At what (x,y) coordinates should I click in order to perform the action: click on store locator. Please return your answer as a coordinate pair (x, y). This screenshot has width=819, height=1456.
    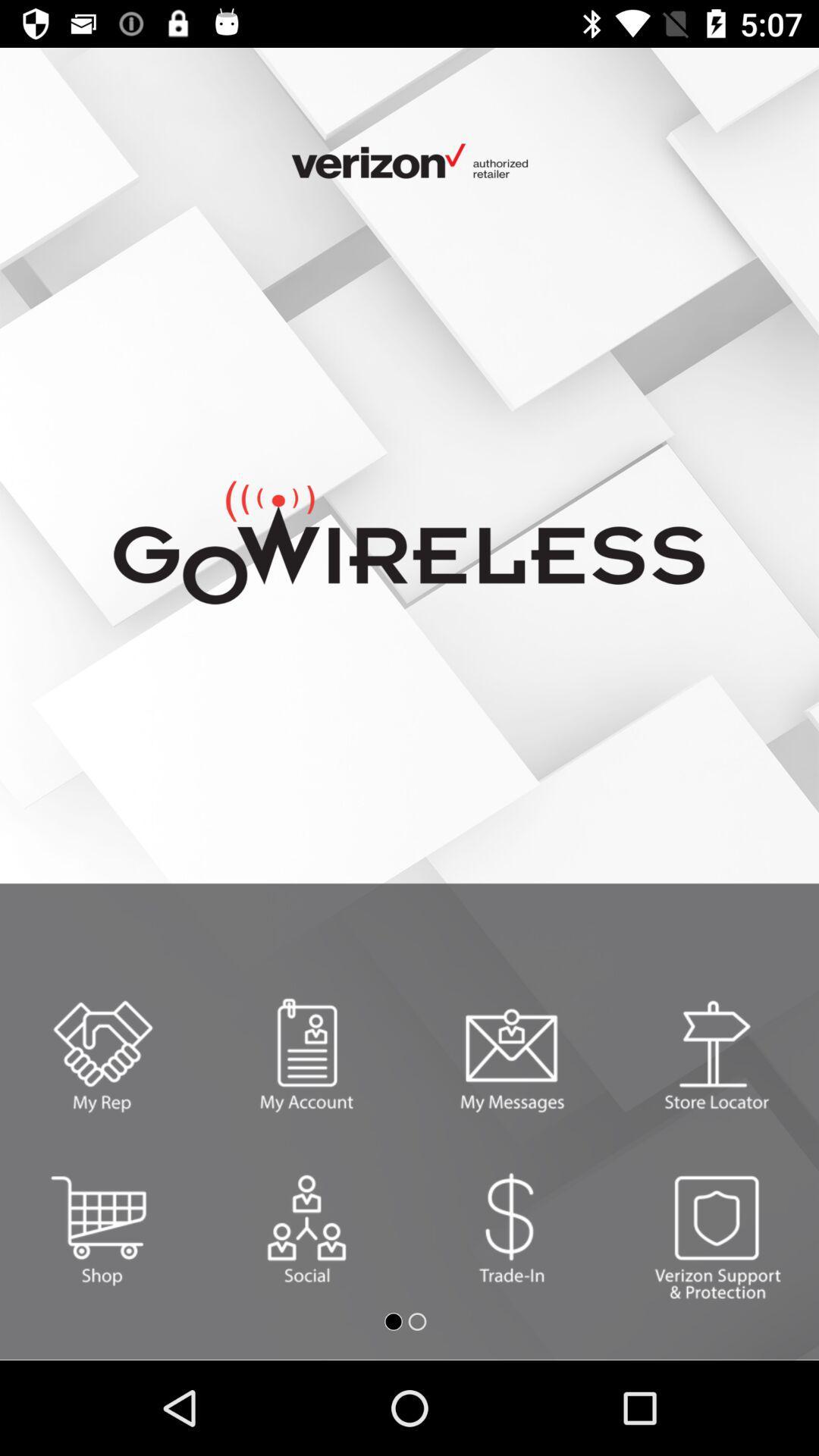
    Looking at the image, I should click on (717, 1055).